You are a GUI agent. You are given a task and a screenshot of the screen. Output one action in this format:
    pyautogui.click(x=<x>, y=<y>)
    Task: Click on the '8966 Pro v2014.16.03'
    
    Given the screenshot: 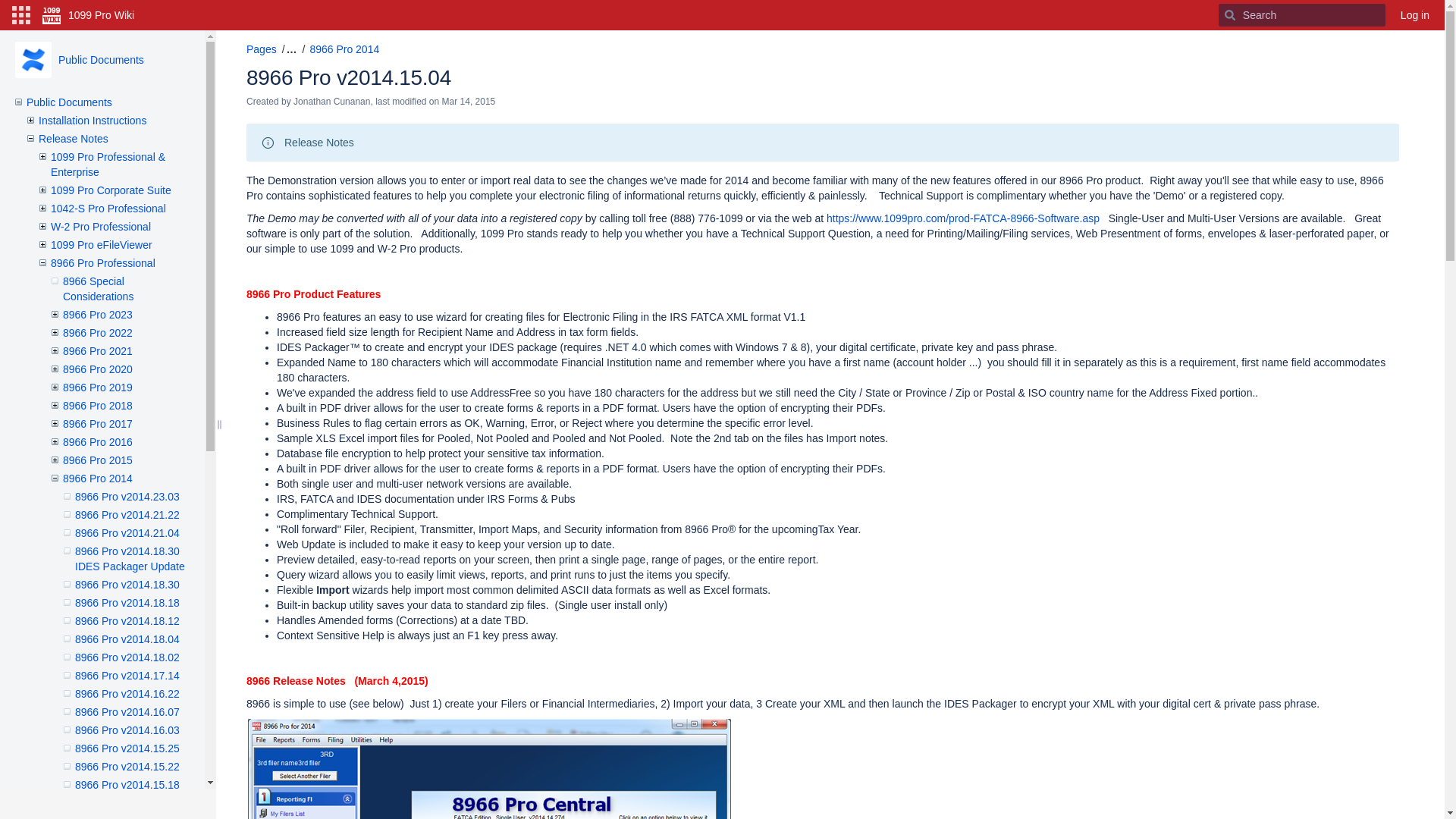 What is the action you would take?
    pyautogui.click(x=127, y=730)
    